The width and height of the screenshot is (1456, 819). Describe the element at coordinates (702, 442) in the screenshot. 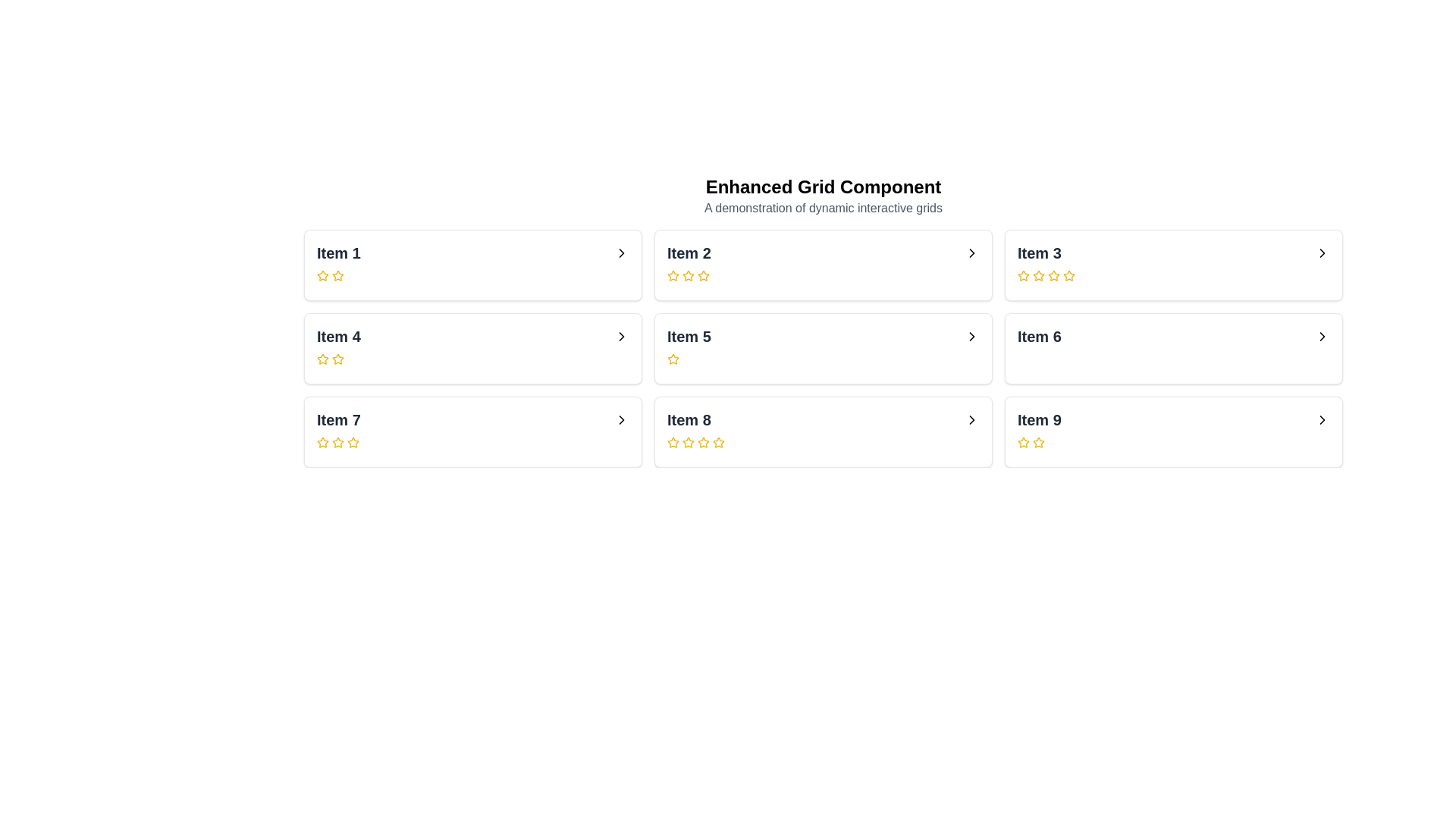

I see `the second star in the rating row of the 'Item 8' card` at that location.